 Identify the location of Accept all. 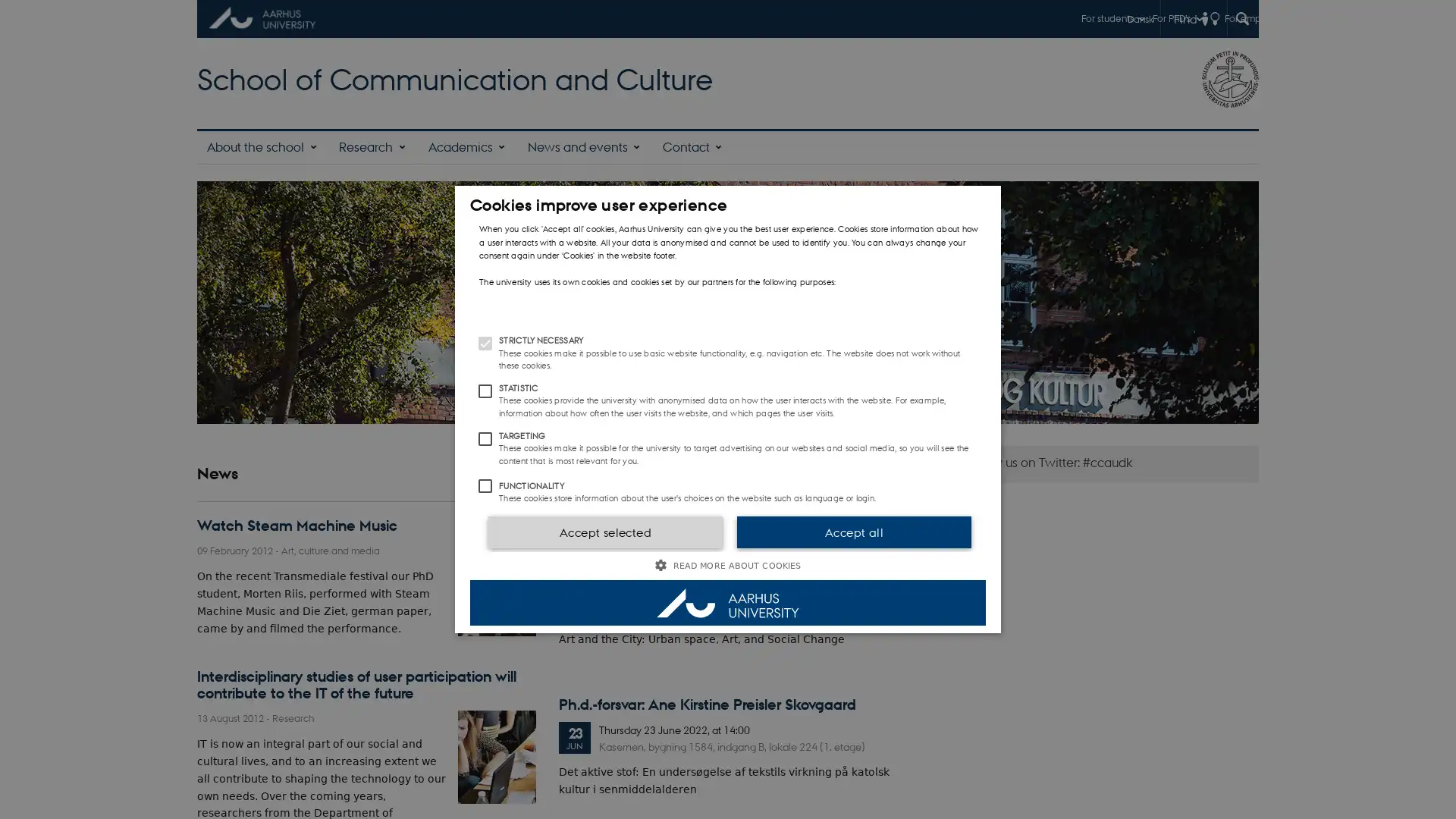
(854, 532).